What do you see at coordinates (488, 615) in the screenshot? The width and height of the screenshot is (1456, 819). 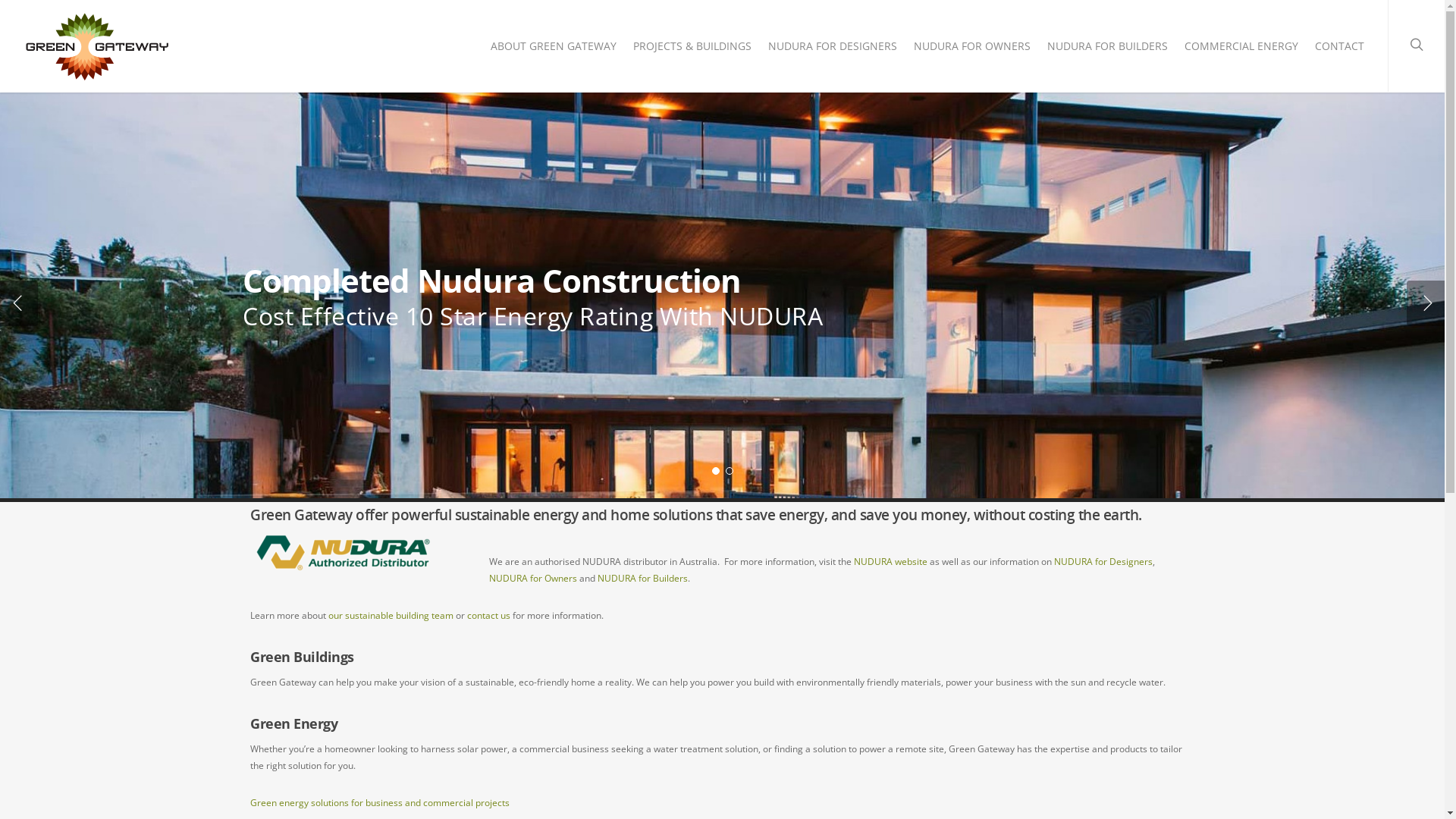 I see `'contact us'` at bounding box center [488, 615].